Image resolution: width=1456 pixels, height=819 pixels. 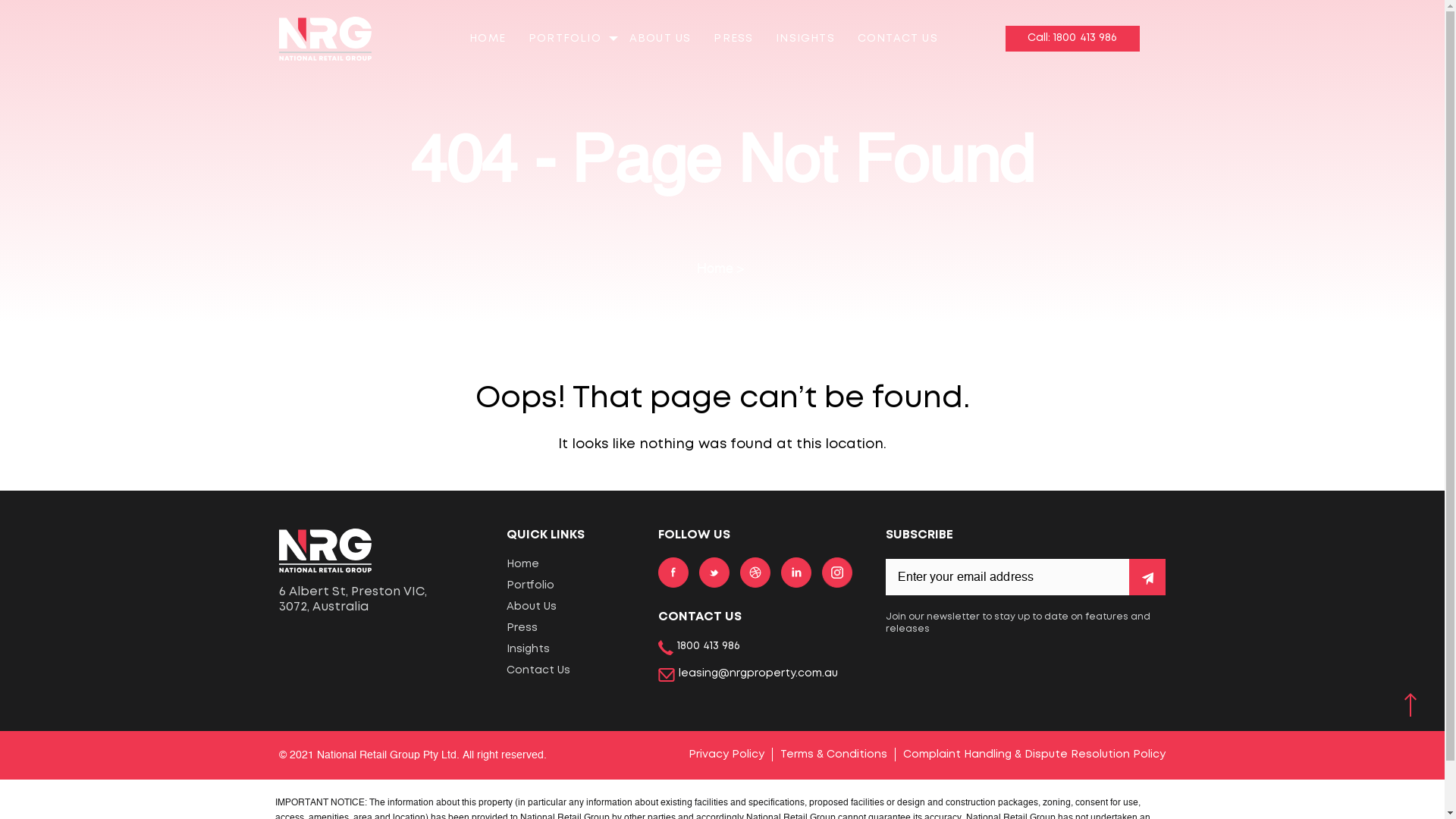 I want to click on 'Insights', so click(x=570, y=648).